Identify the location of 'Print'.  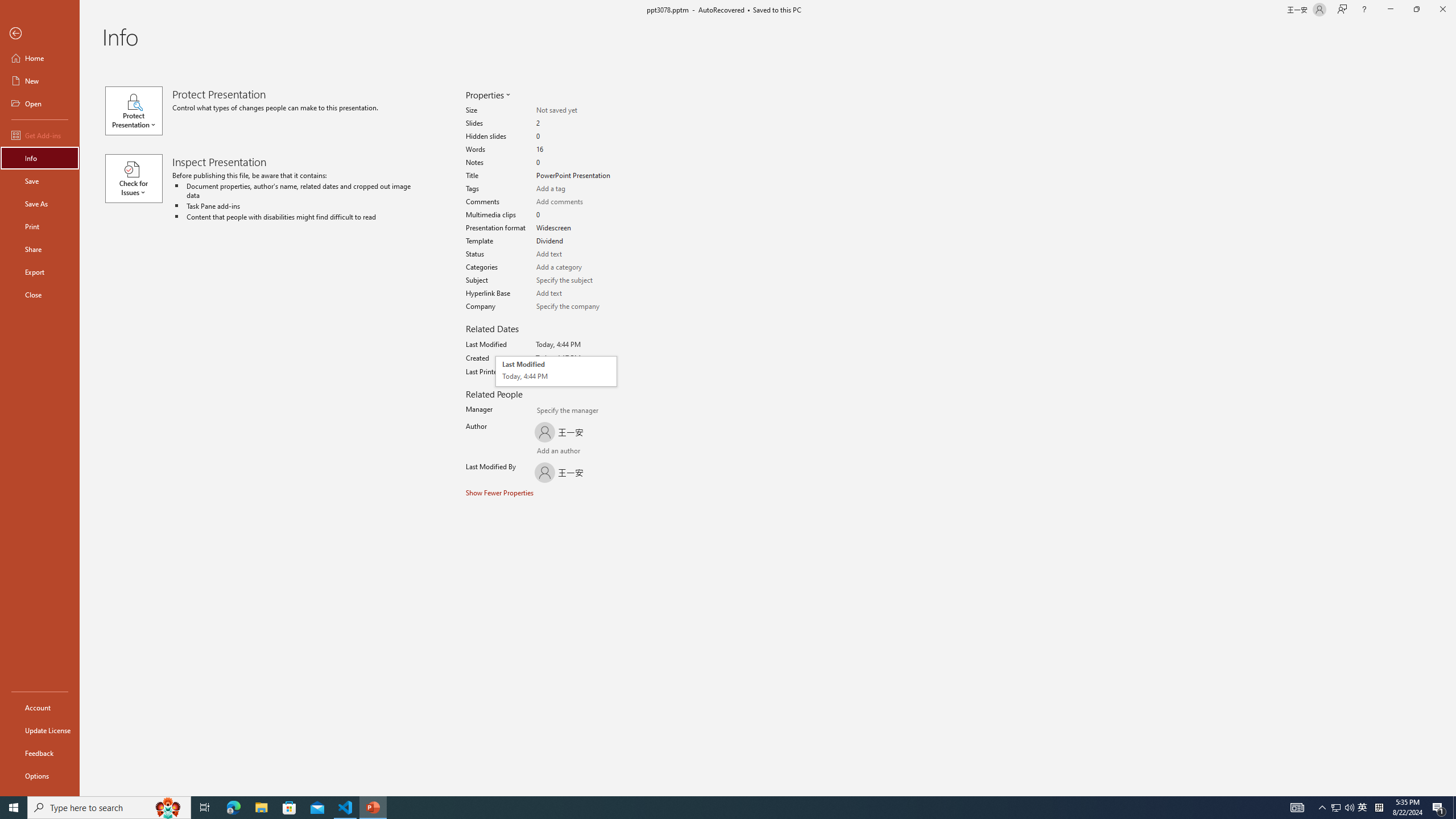
(39, 226).